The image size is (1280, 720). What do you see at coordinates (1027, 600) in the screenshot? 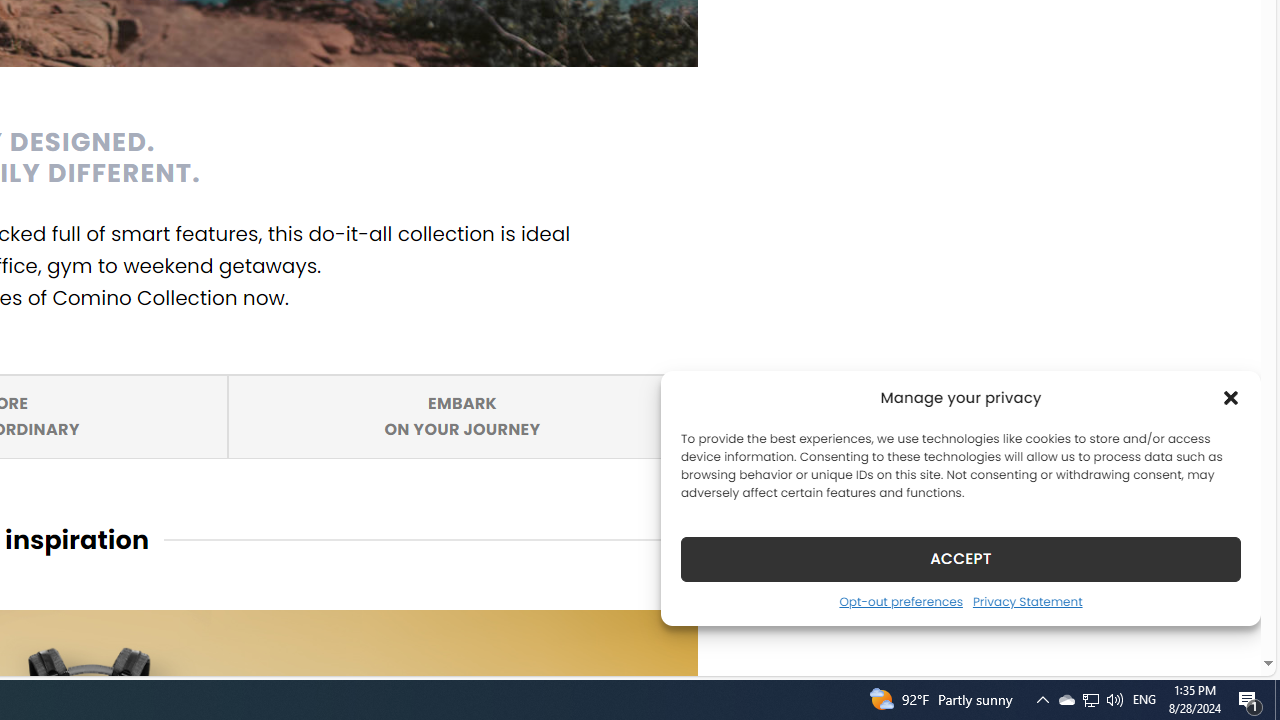
I see `'Privacy Statement'` at bounding box center [1027, 600].